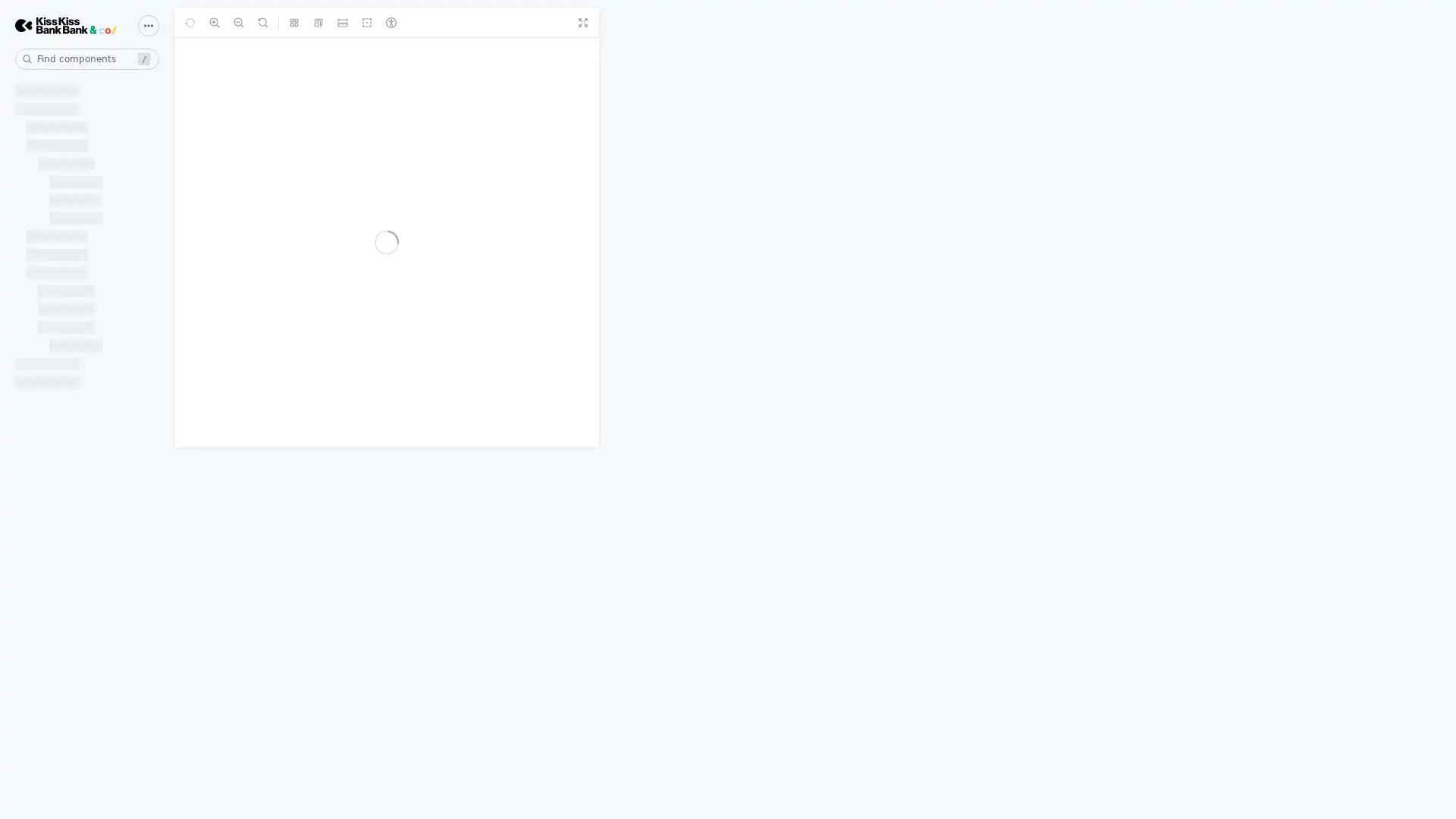 Image resolution: width=1456 pixels, height=819 pixels. I want to click on HELPERS, so click(42, 183).